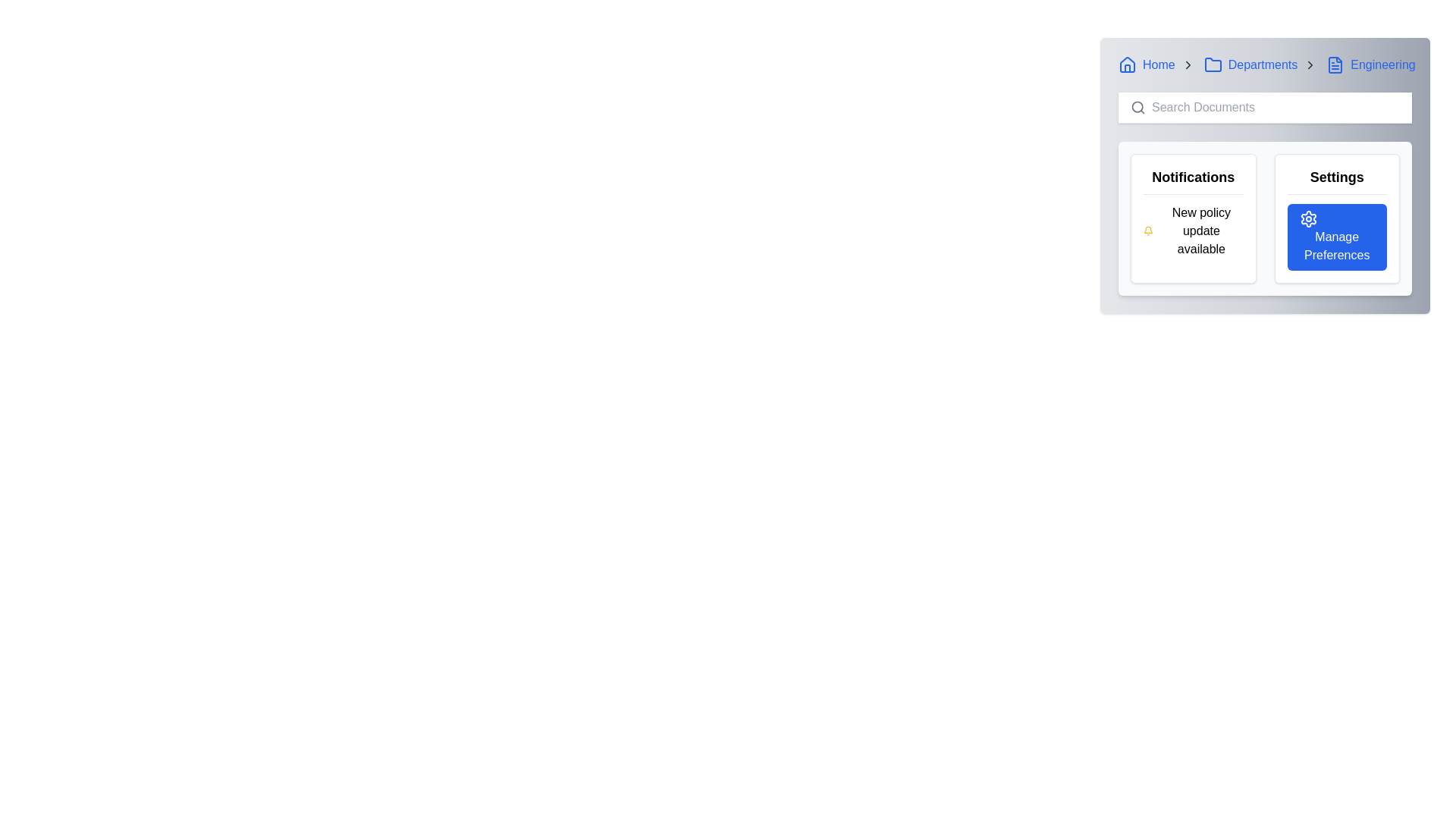 This screenshot has height=819, width=1456. I want to click on the breadcrumb link labeled 'Home' at the top left of the interface, so click(1156, 64).